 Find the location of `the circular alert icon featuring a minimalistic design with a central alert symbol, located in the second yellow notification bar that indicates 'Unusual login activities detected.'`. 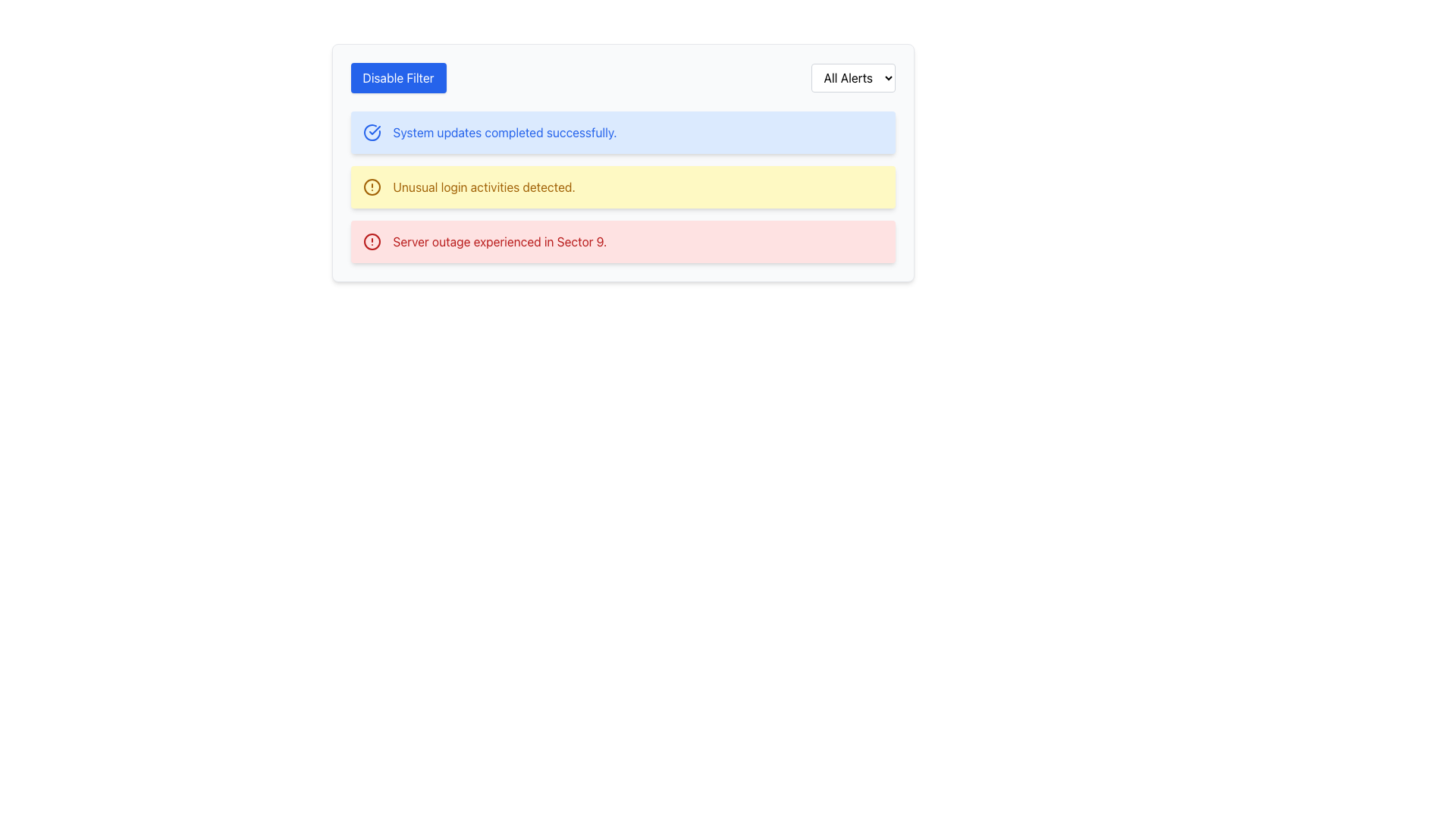

the circular alert icon featuring a minimalistic design with a central alert symbol, located in the second yellow notification bar that indicates 'Unusual login activities detected.' is located at coordinates (372, 186).